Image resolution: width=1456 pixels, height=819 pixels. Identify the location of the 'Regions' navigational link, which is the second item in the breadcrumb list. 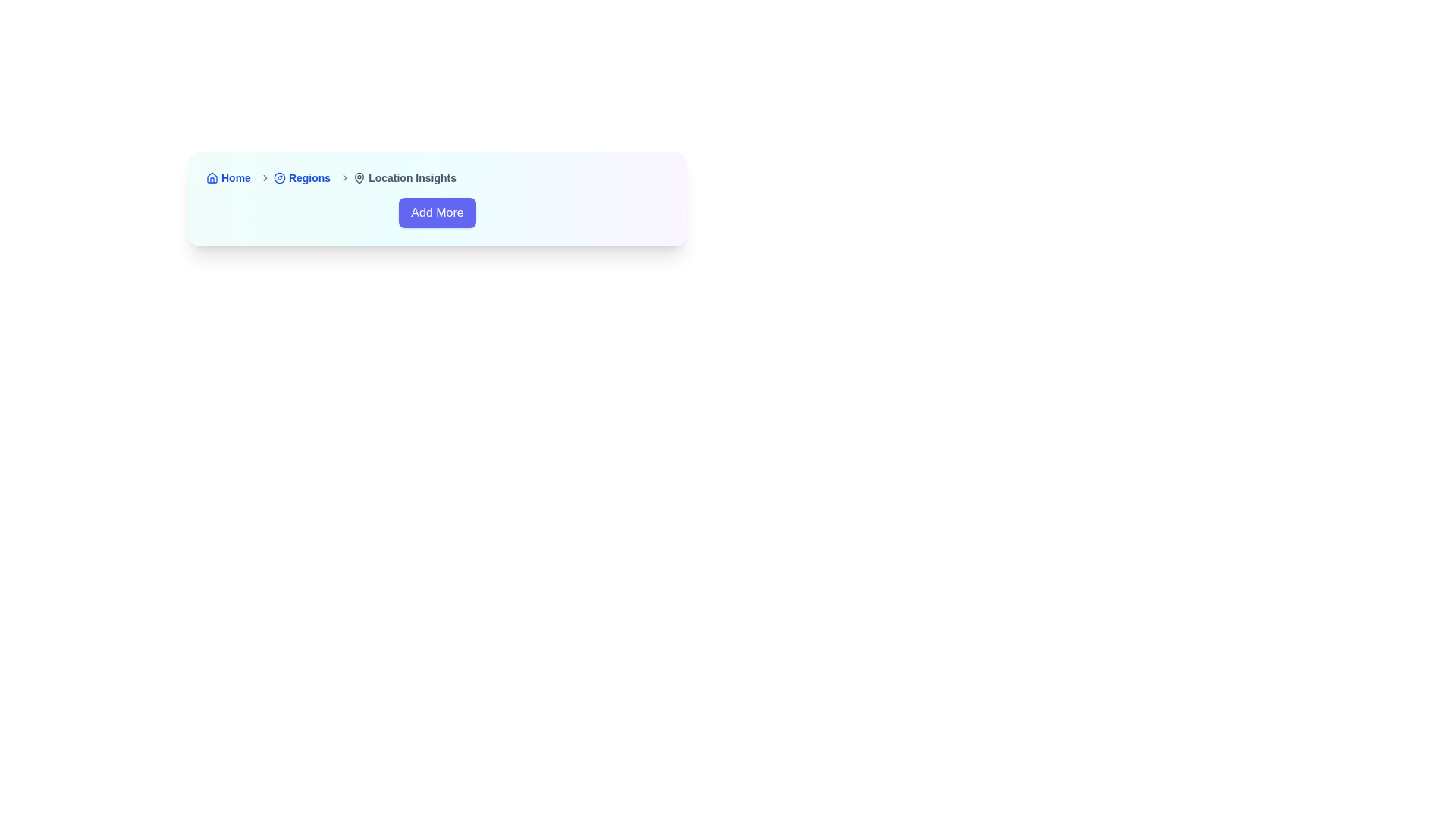
(302, 177).